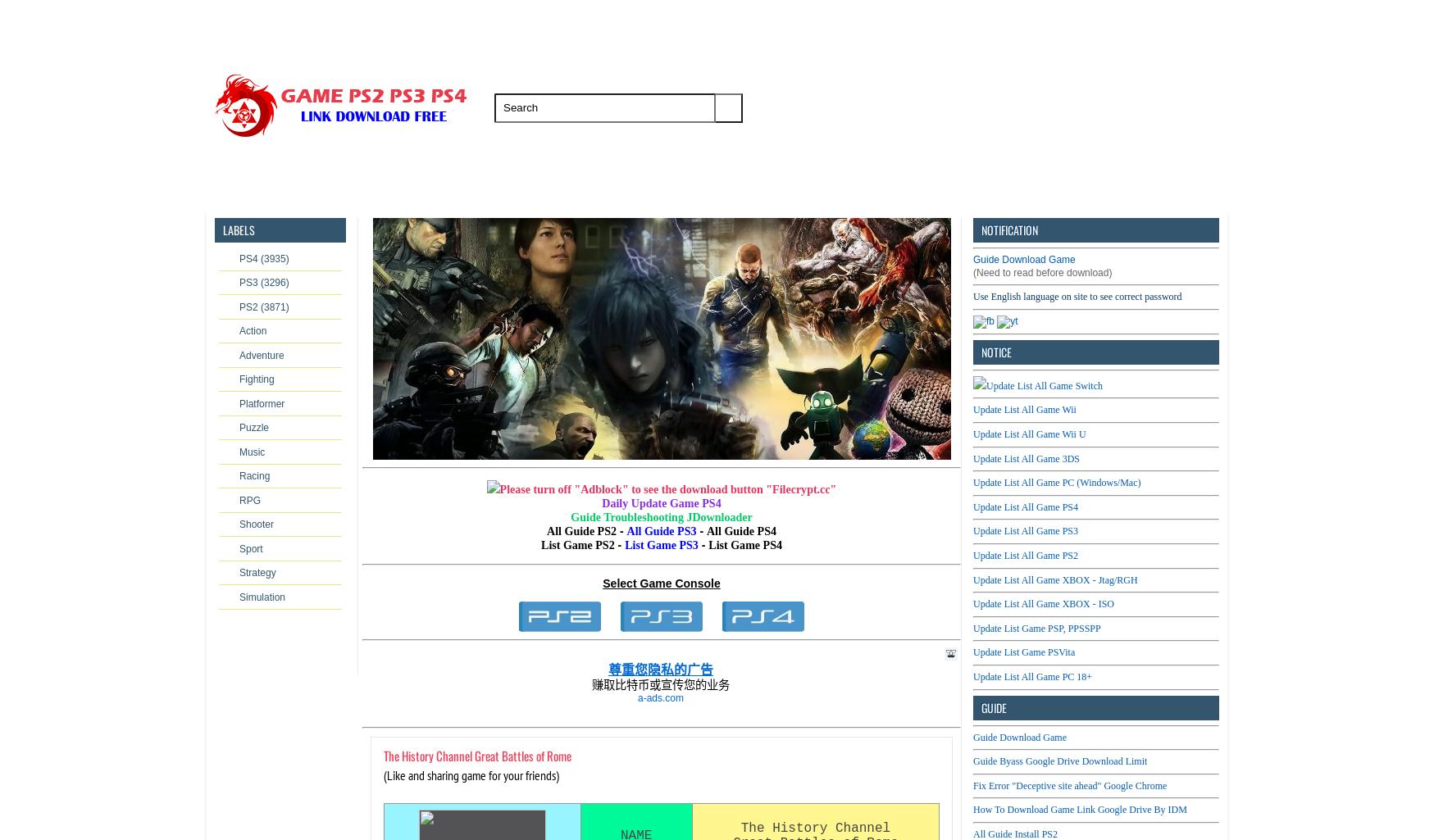 This screenshot has width=1434, height=840. Describe the element at coordinates (661, 582) in the screenshot. I see `'Select Game Console'` at that location.